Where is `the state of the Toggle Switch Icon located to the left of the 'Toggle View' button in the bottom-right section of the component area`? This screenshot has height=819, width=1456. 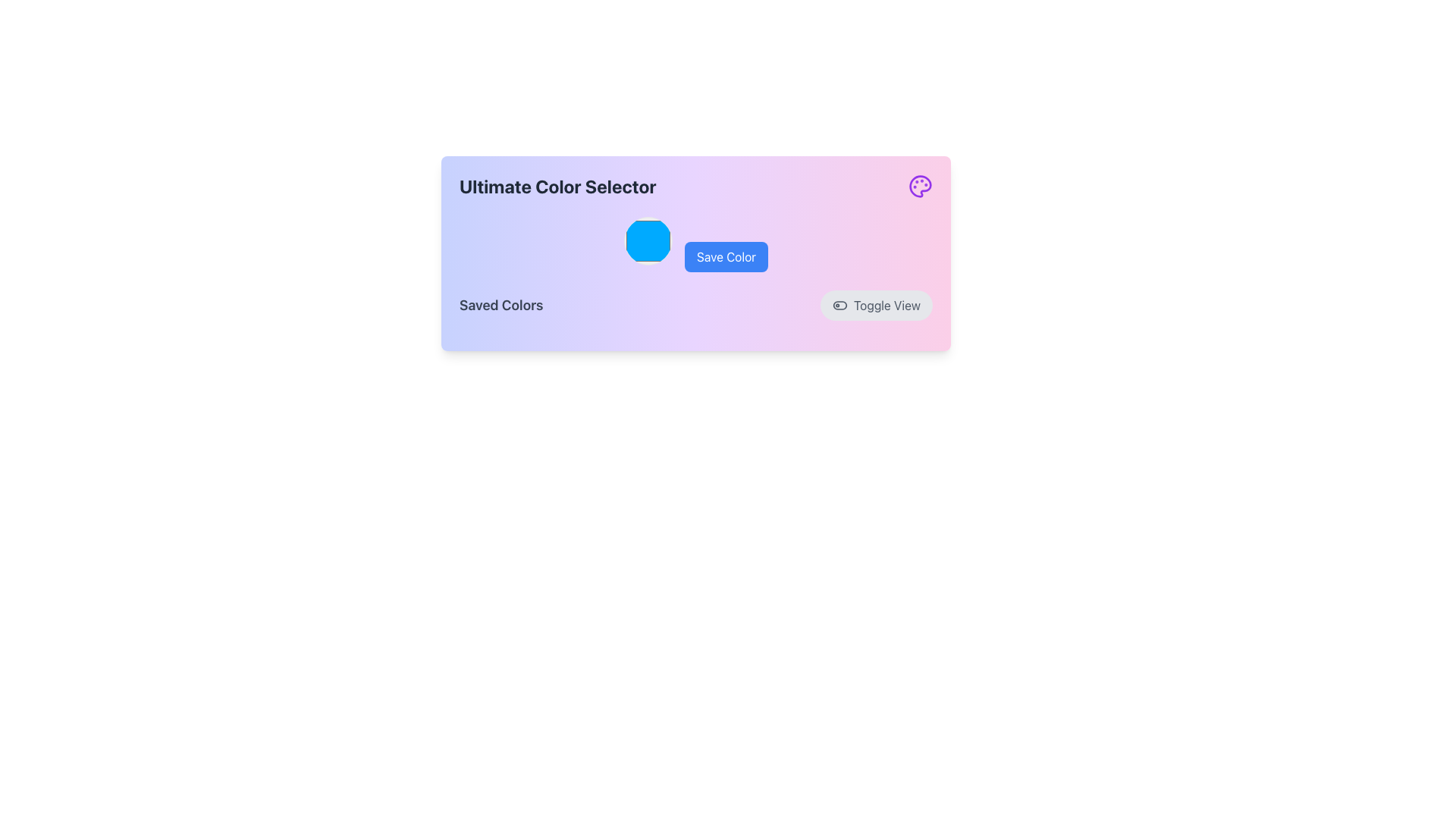
the state of the Toggle Switch Icon located to the left of the 'Toggle View' button in the bottom-right section of the component area is located at coordinates (839, 305).